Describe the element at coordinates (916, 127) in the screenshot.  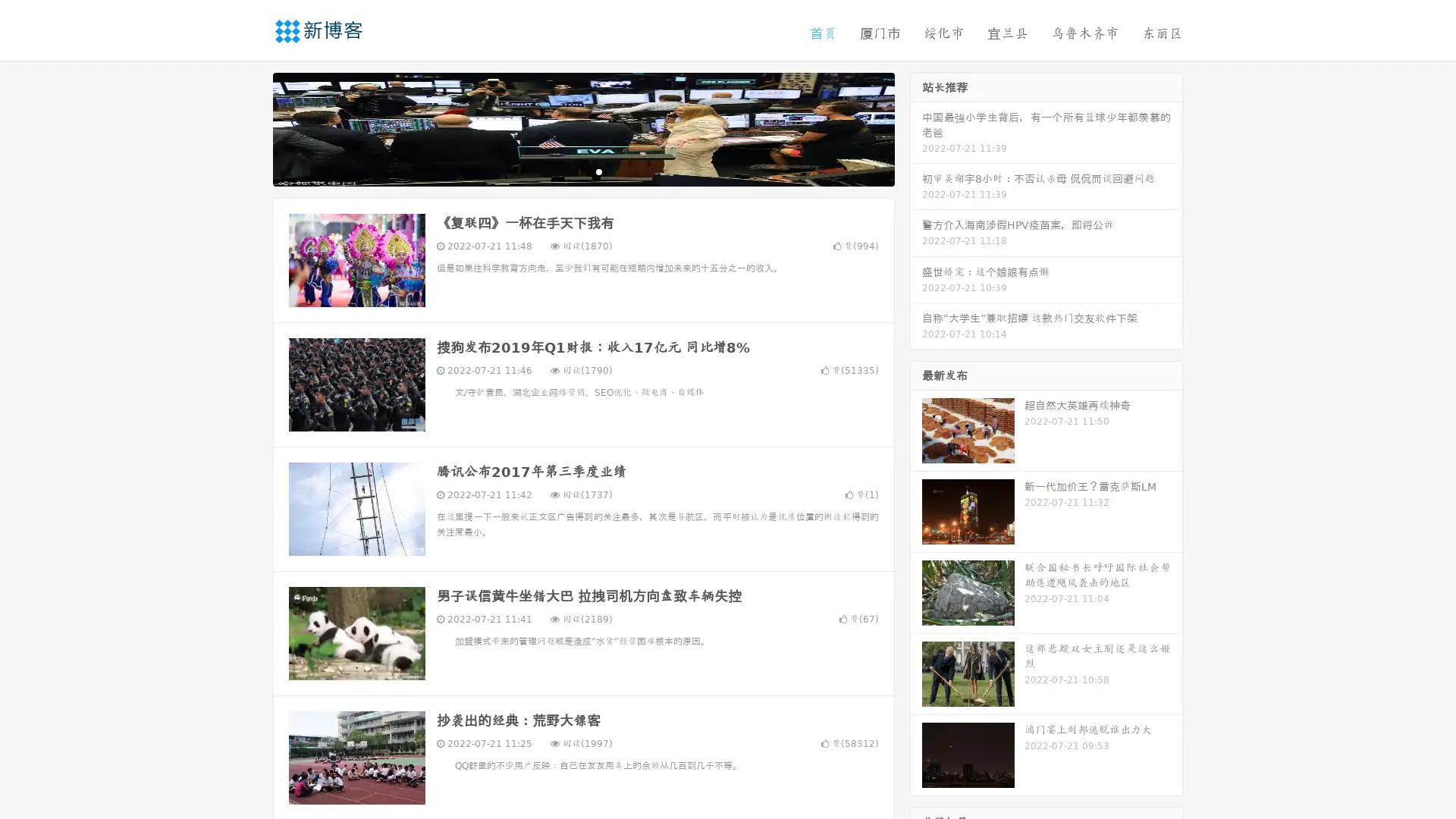
I see `Next slide` at that location.